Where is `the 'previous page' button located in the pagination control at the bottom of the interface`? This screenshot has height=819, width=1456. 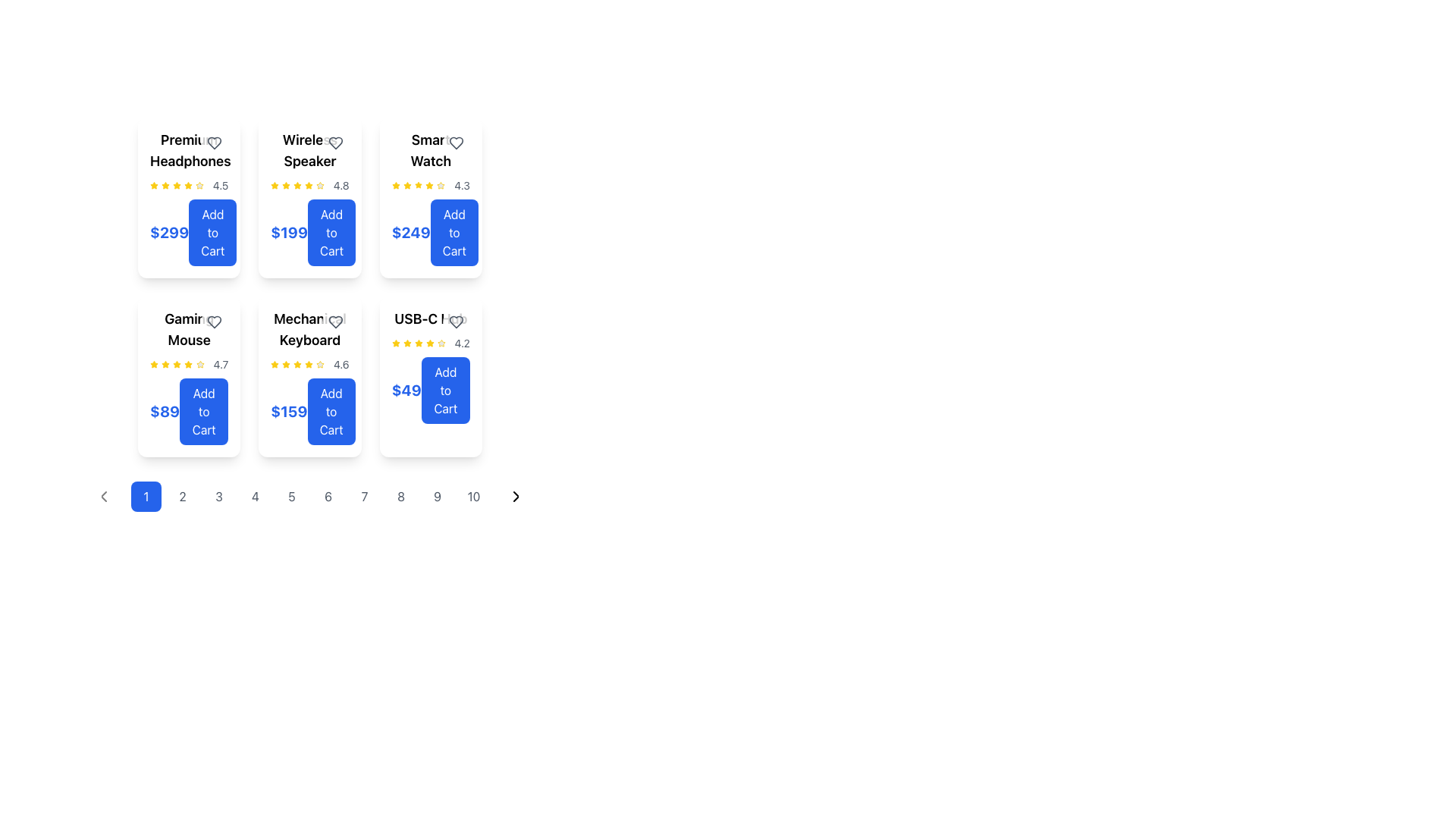
the 'previous page' button located in the pagination control at the bottom of the interface is located at coordinates (103, 497).